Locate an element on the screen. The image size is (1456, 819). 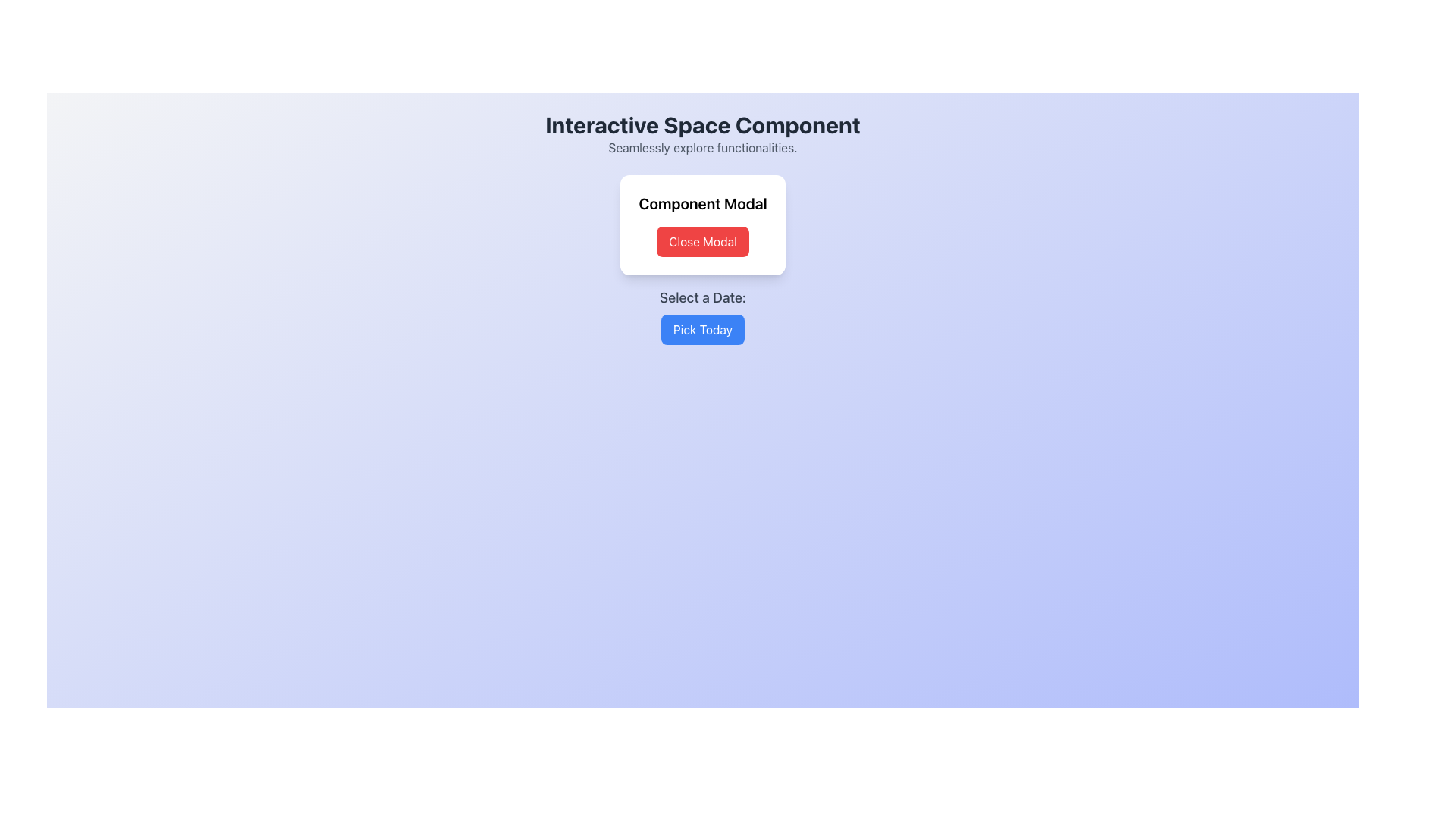
anywhere inside the modal component that displays a title and a button to bring it into focus is located at coordinates (701, 225).